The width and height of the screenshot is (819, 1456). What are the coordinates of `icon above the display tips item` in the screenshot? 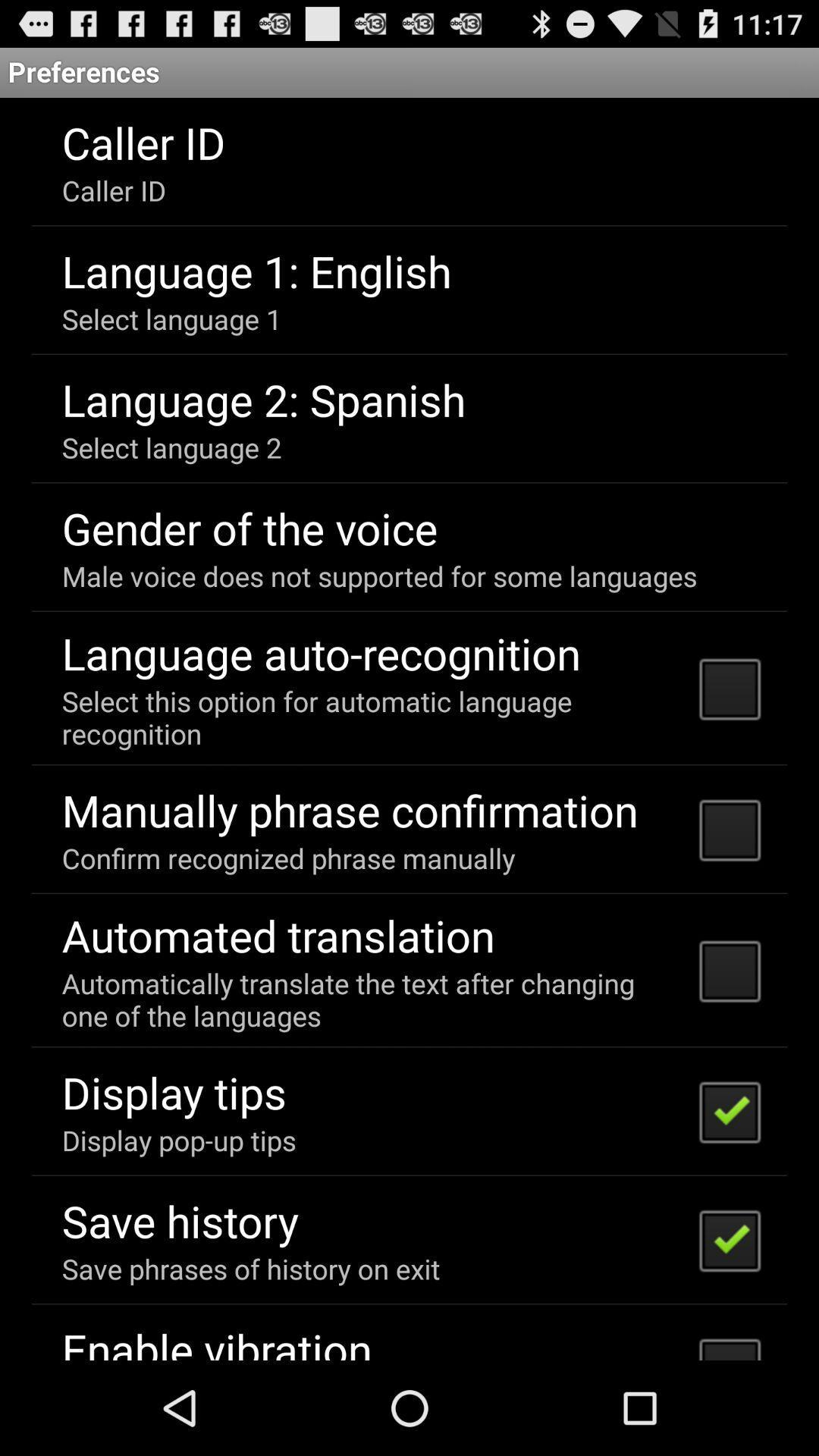 It's located at (371, 999).